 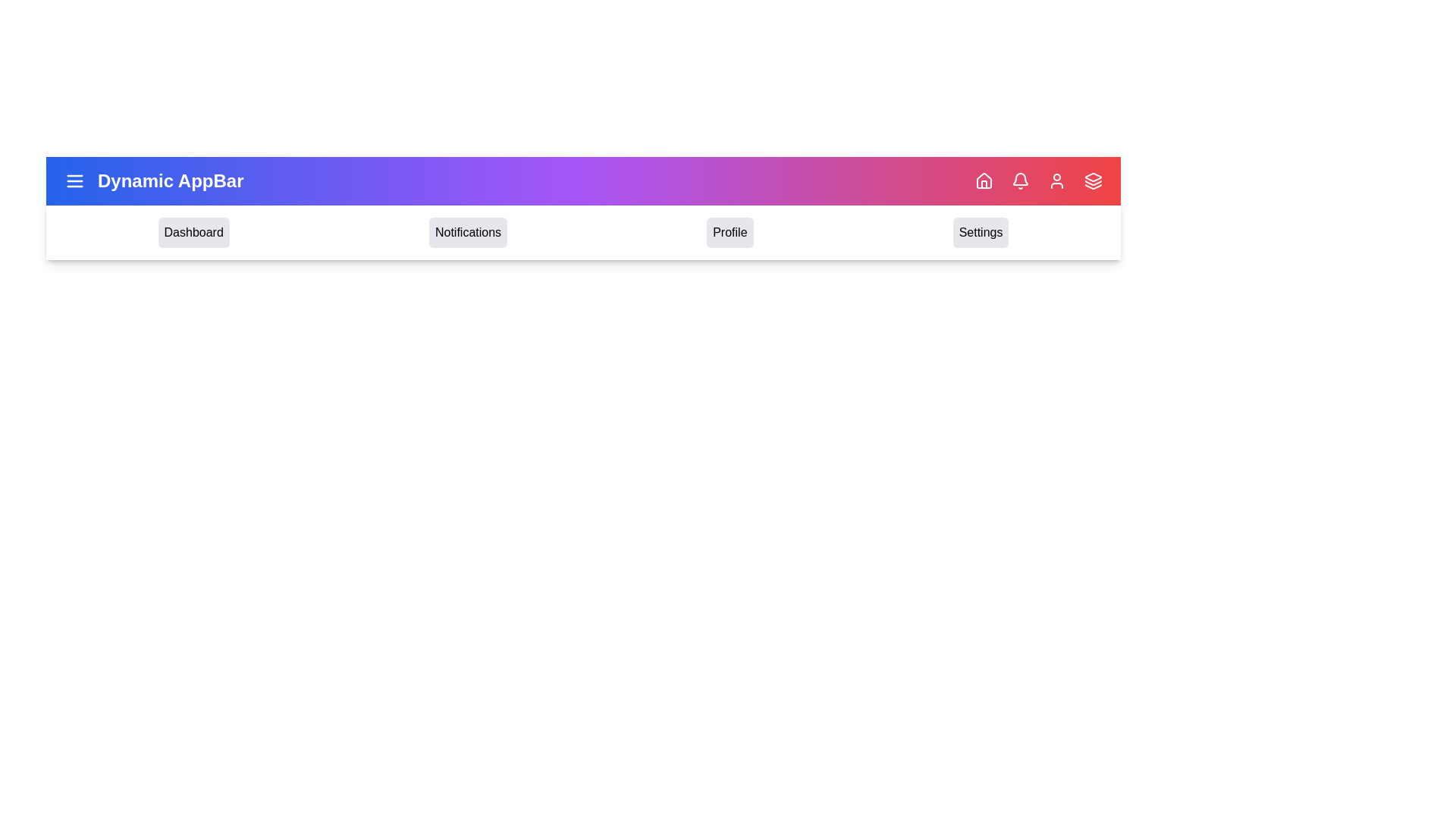 I want to click on the menu icon to toggle the menu's visibility, so click(x=74, y=180).